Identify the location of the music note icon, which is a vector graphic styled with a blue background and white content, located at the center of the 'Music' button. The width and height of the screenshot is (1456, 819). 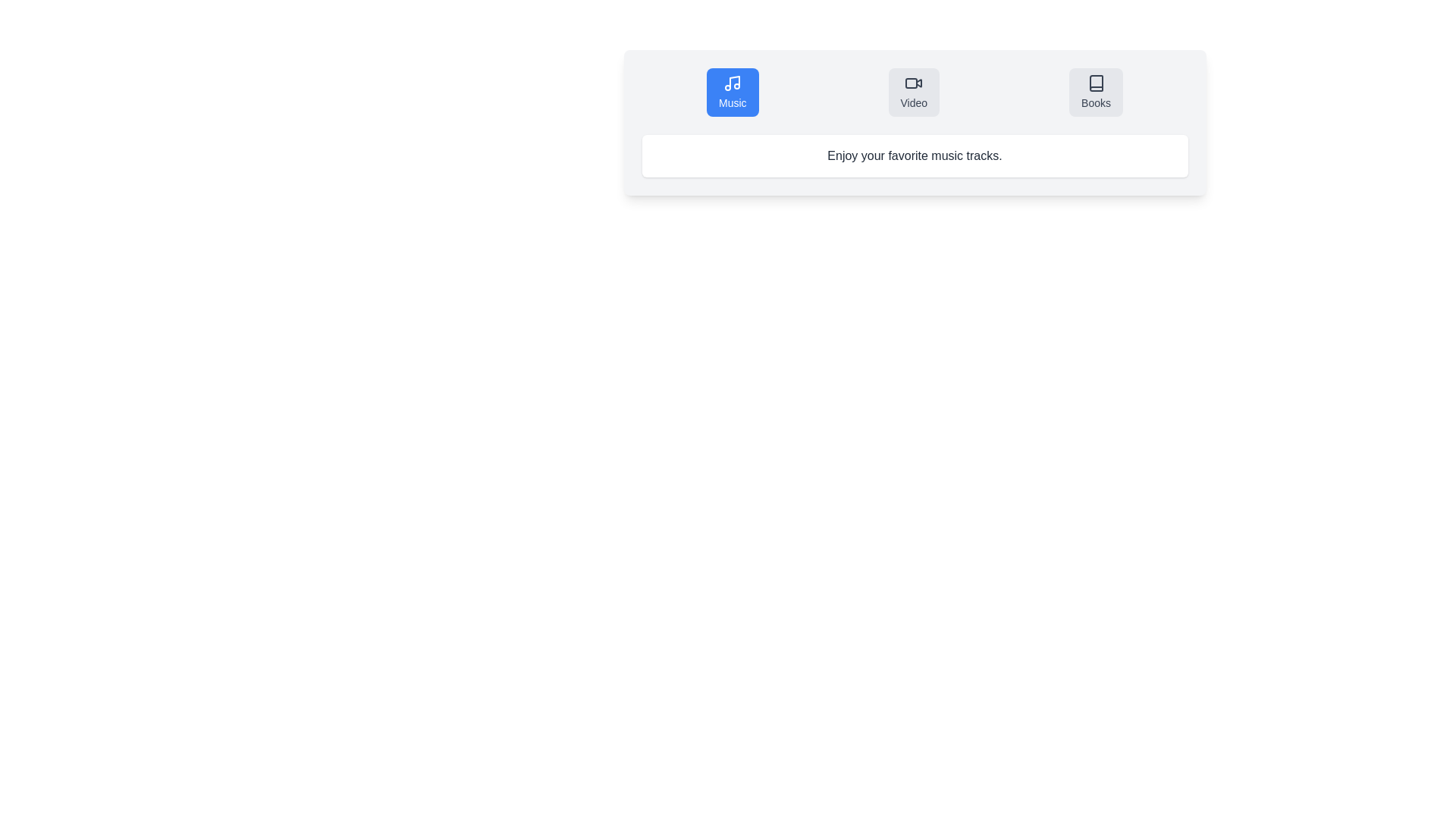
(733, 83).